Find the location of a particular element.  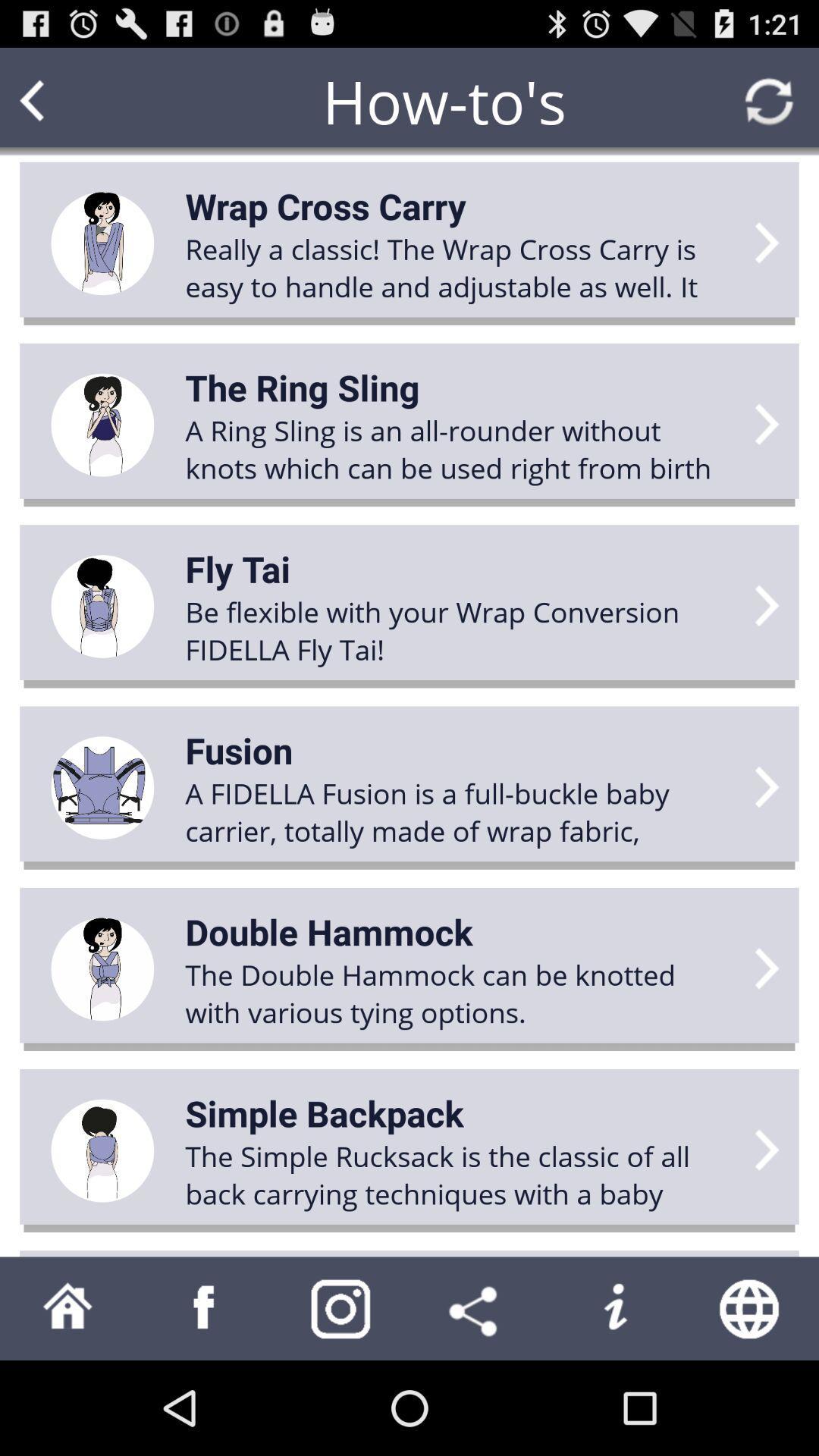

the globe icon is located at coordinates (751, 1400).